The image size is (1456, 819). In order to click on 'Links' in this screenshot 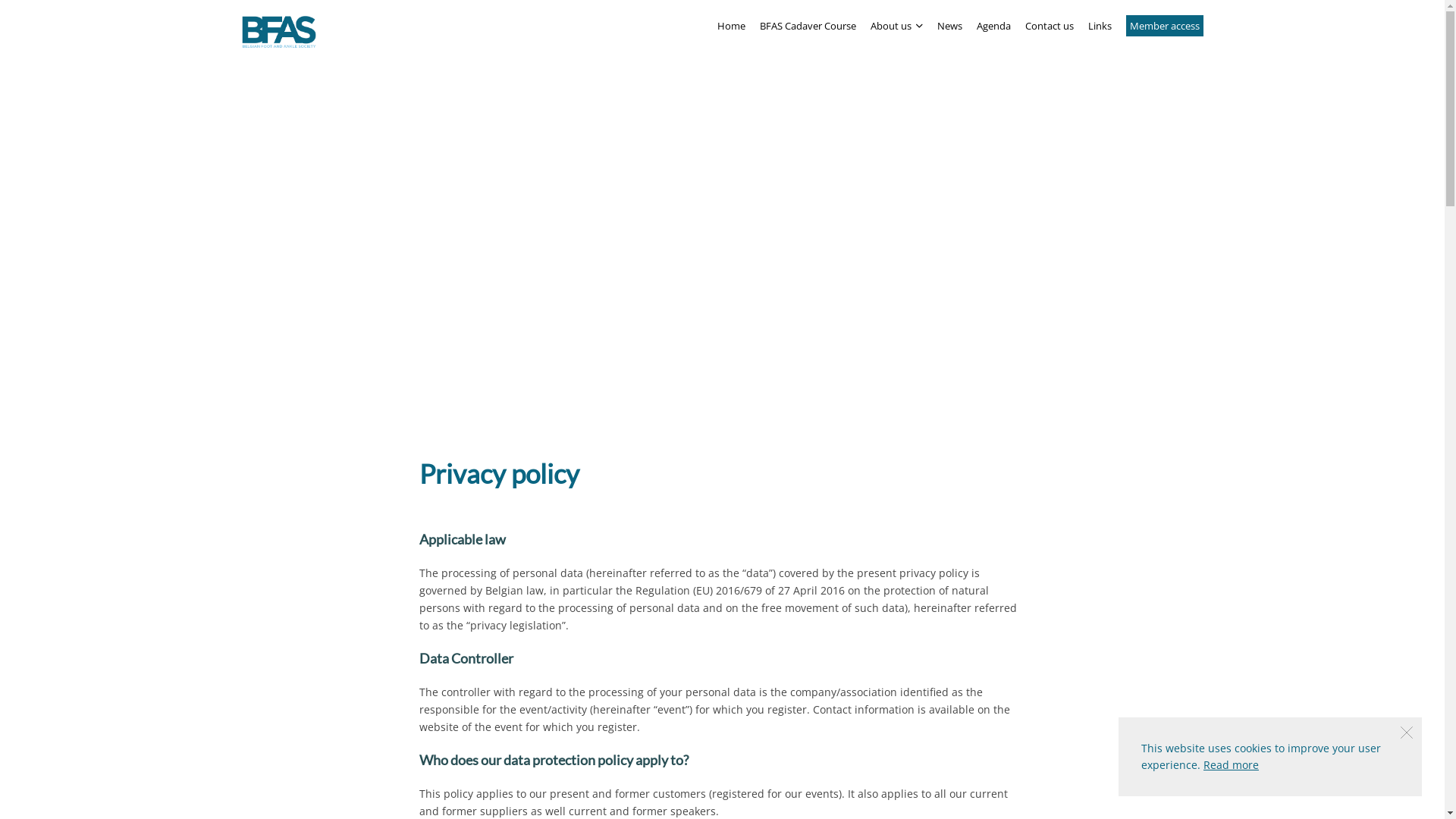, I will do `click(1100, 26)`.